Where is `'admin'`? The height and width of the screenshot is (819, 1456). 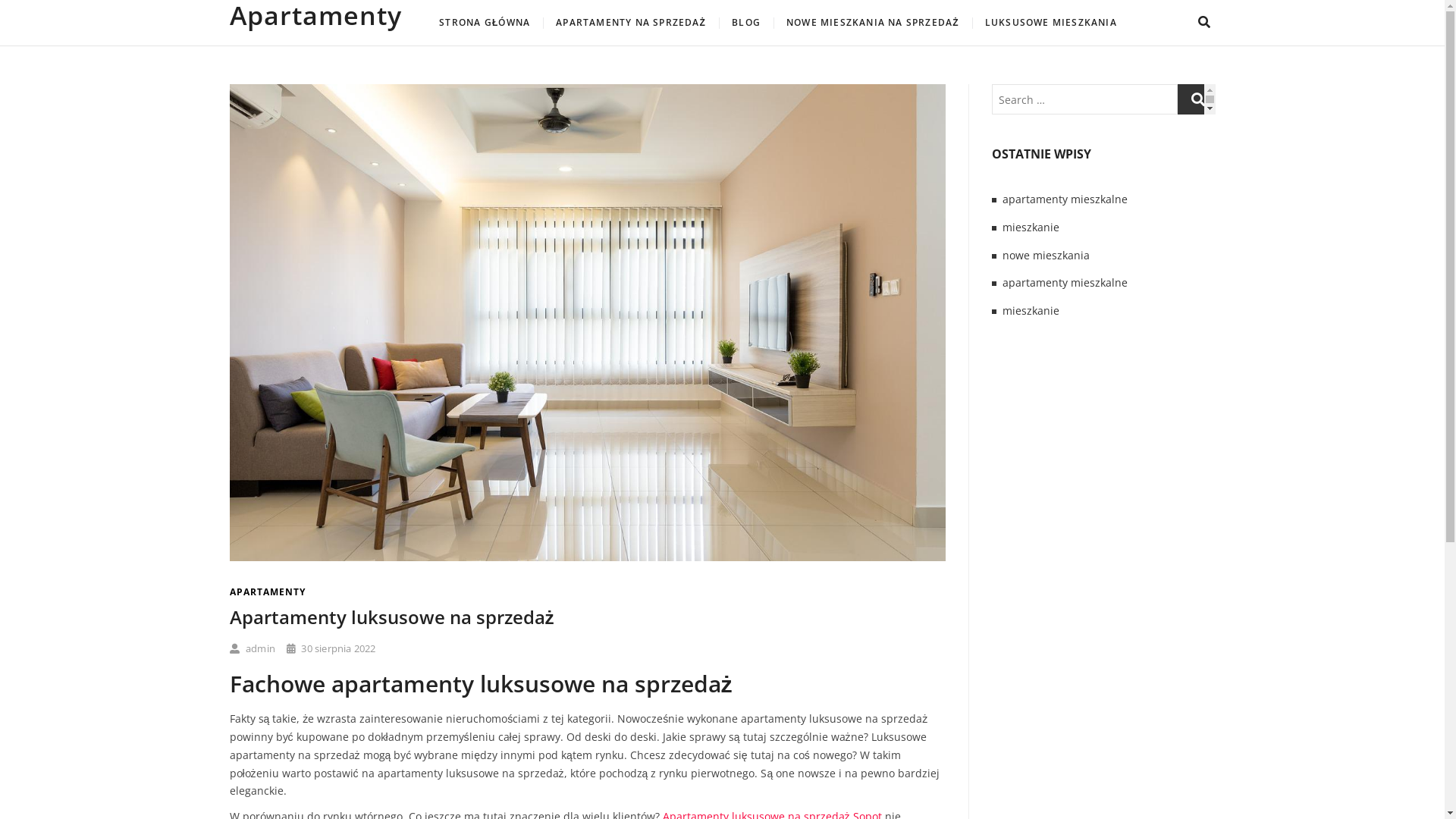 'admin' is located at coordinates (251, 648).